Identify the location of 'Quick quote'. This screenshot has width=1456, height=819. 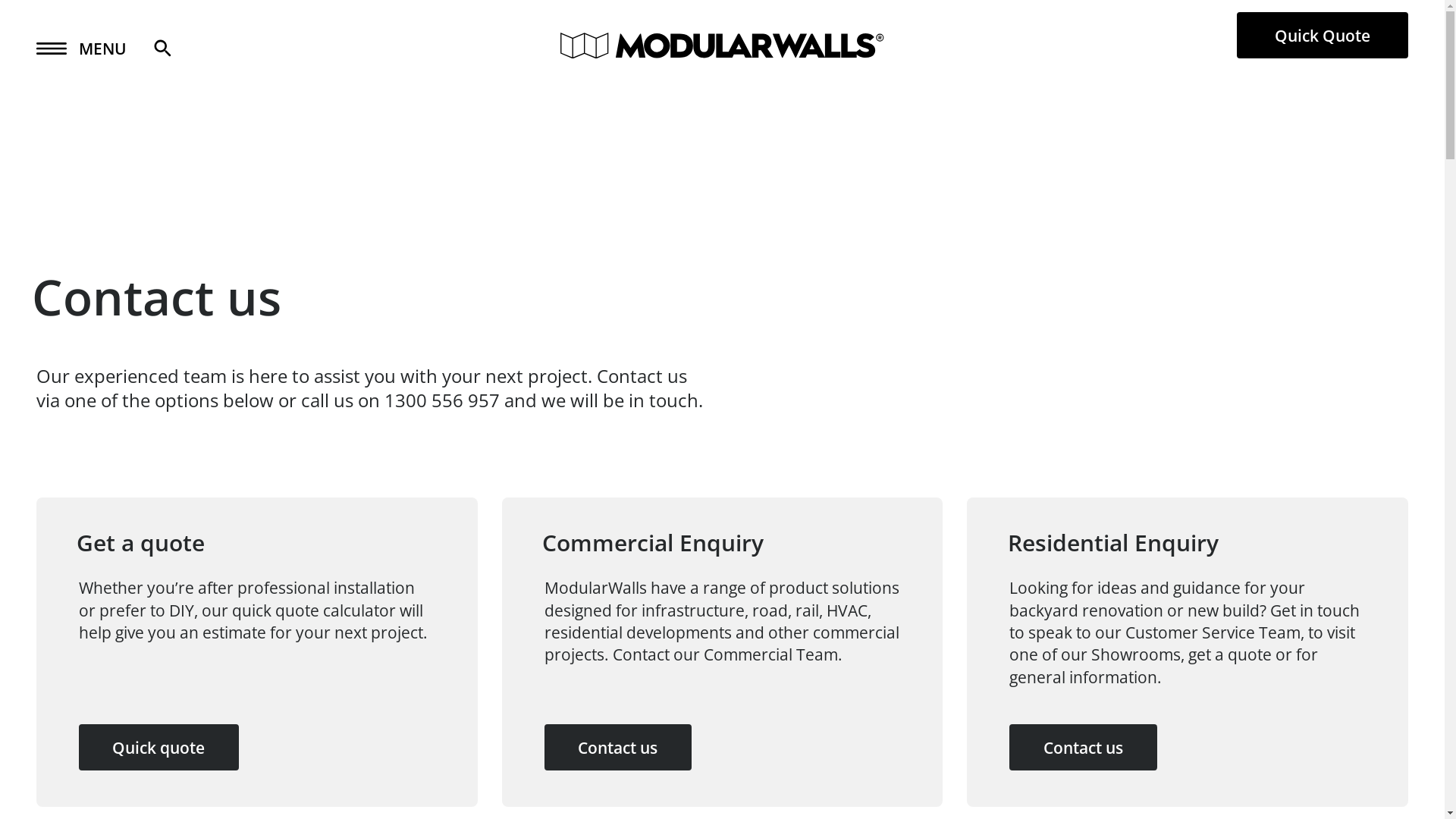
(158, 746).